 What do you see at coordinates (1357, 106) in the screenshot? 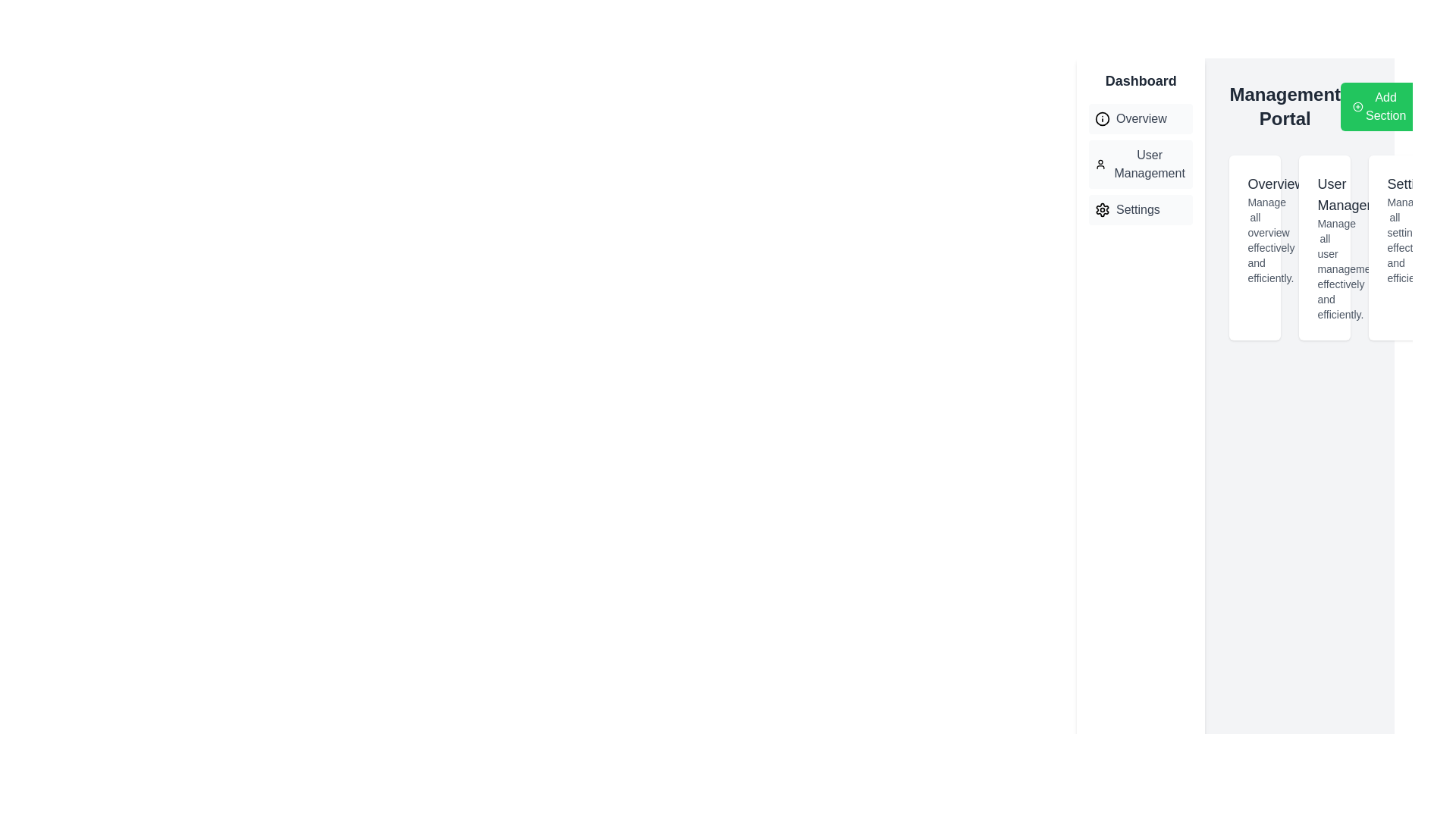
I see `the 'Add Section' icon, which is a visual indicator within a compact green rectangle located in the upper right corner of the 'Management Portal' panel` at bounding box center [1357, 106].